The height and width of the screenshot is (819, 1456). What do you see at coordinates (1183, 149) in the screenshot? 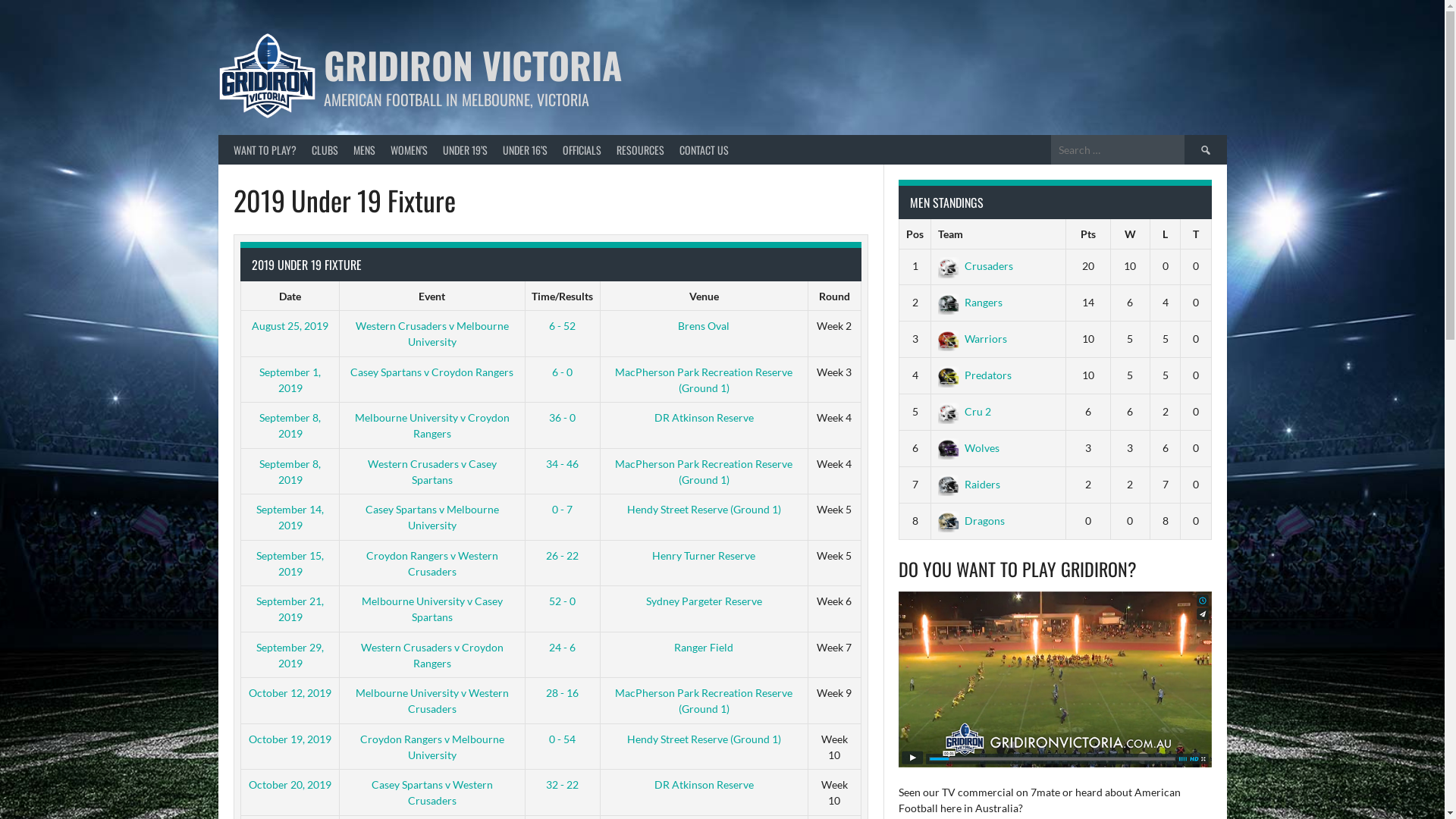
I see `'Search'` at bounding box center [1183, 149].